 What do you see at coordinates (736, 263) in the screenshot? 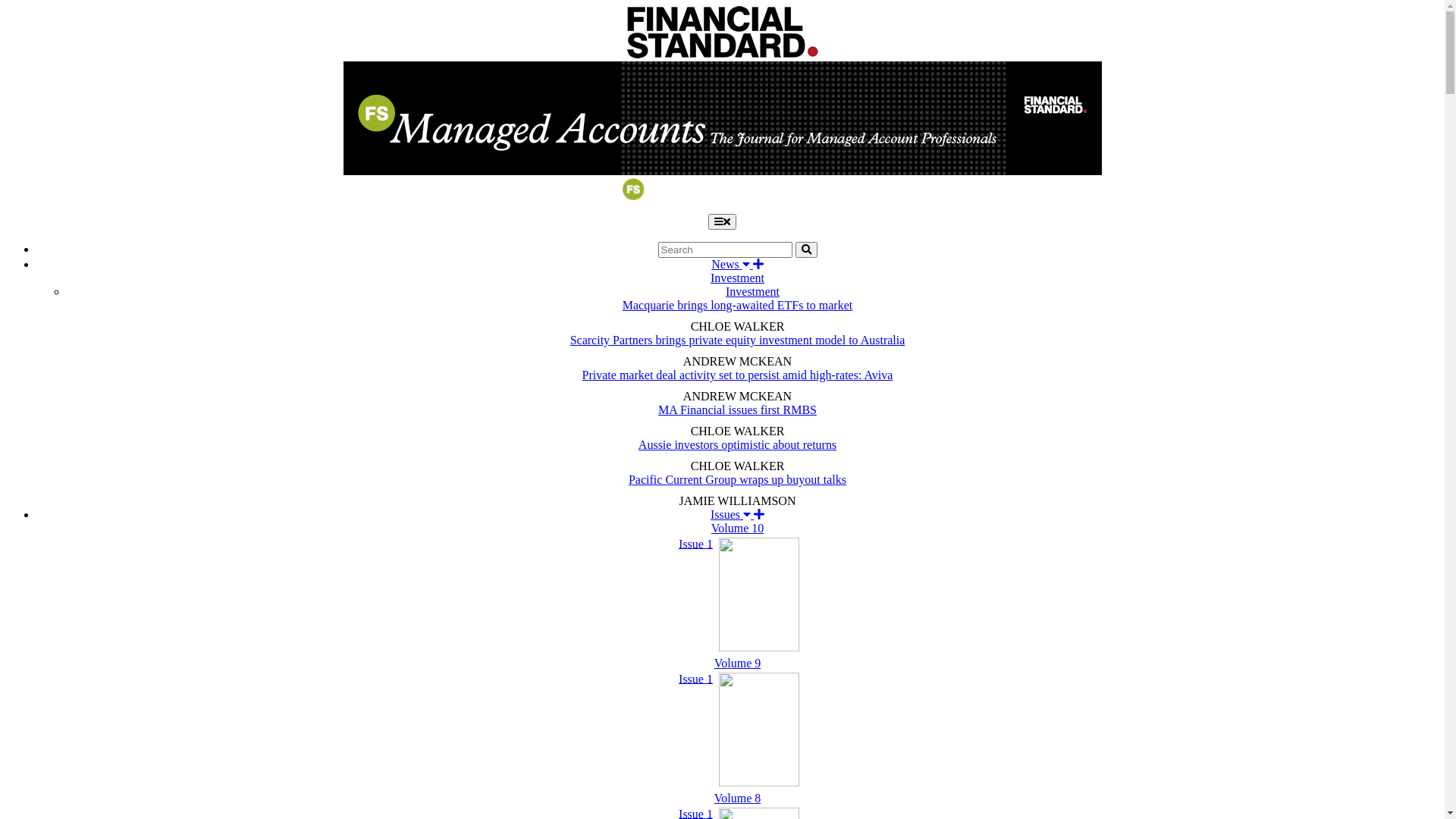
I see `'News'` at bounding box center [736, 263].